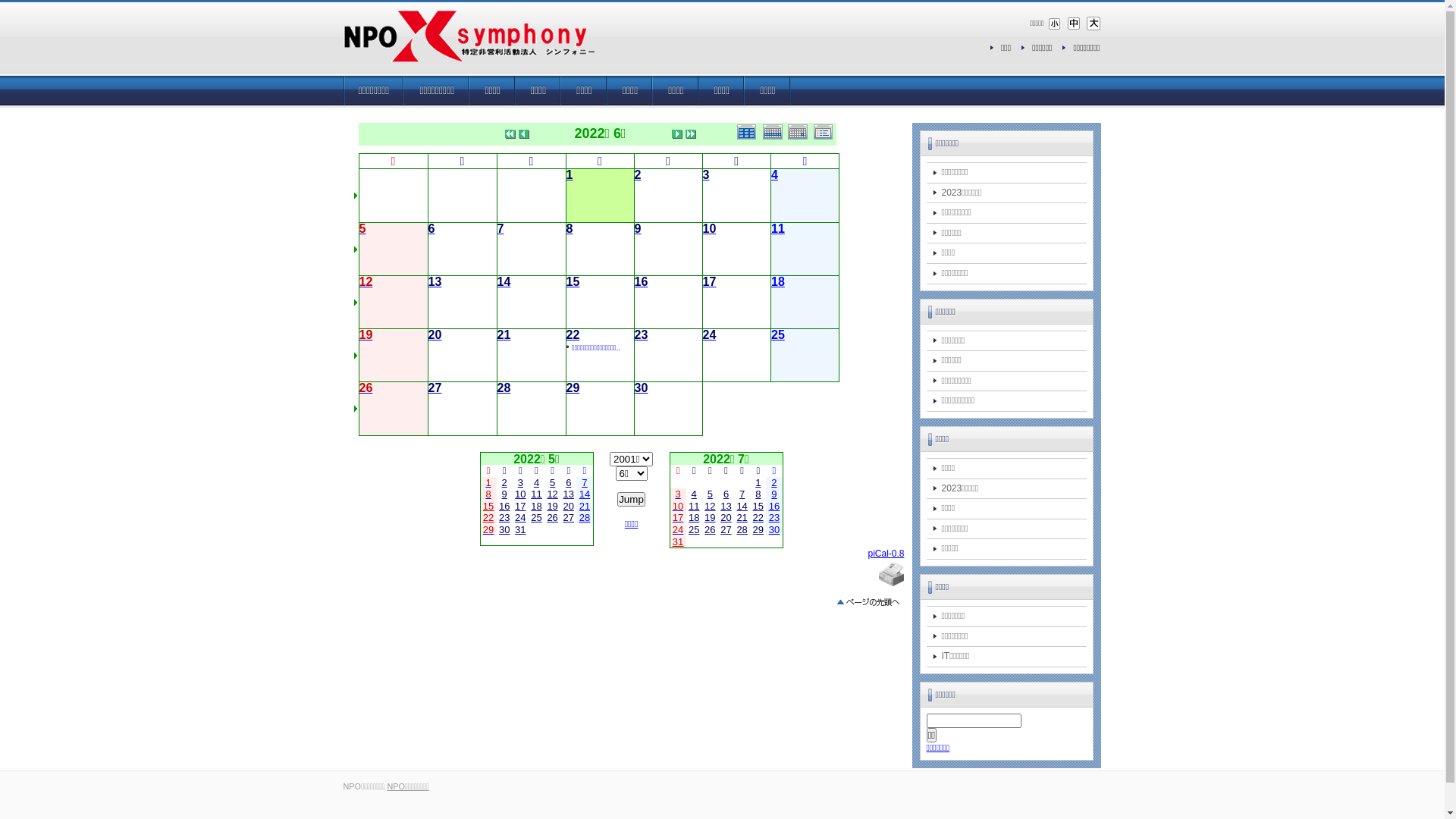 The height and width of the screenshot is (819, 1456). What do you see at coordinates (708, 335) in the screenshot?
I see `'24'` at bounding box center [708, 335].